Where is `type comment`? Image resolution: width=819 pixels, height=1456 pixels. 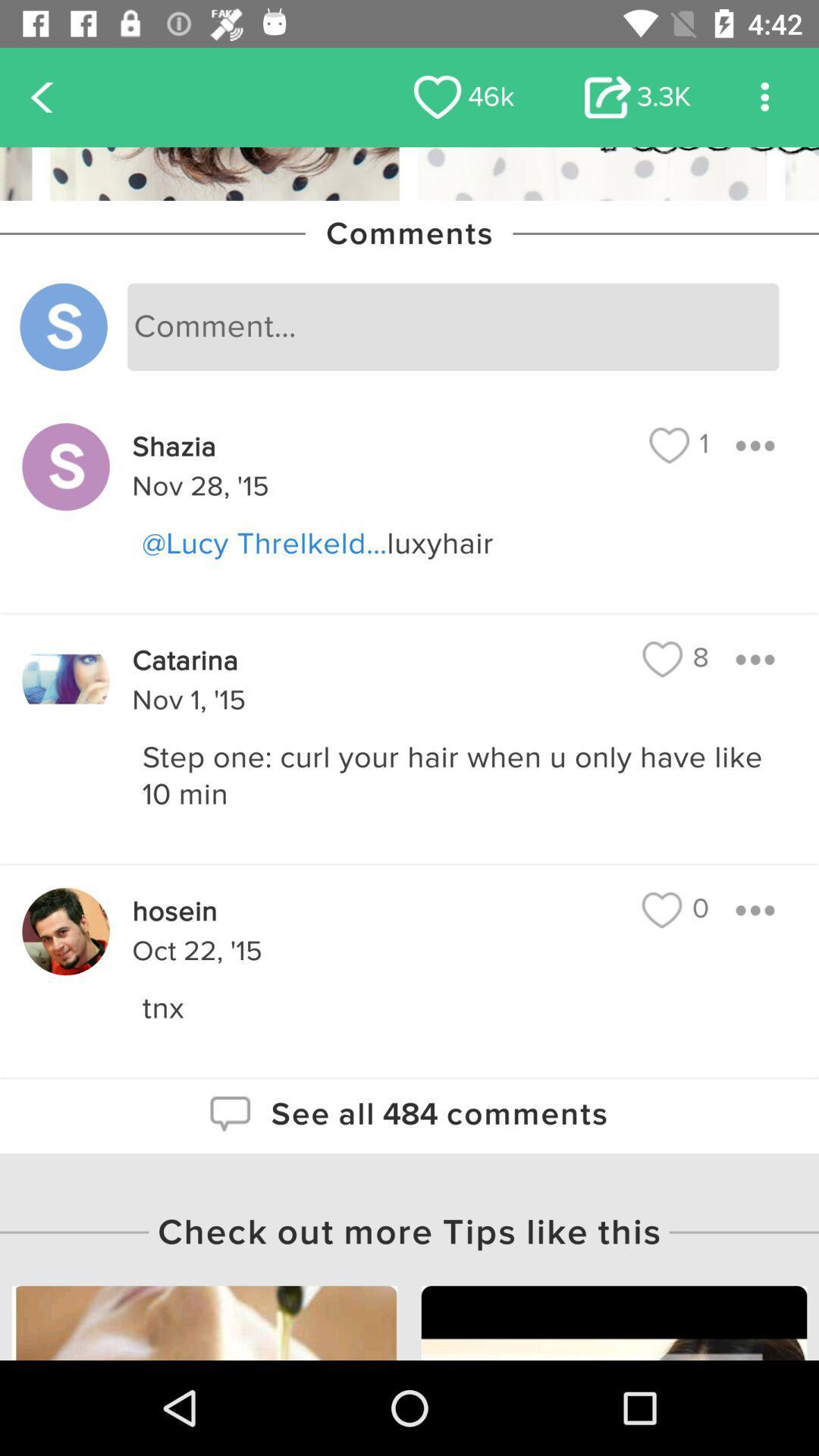 type comment is located at coordinates (452, 326).